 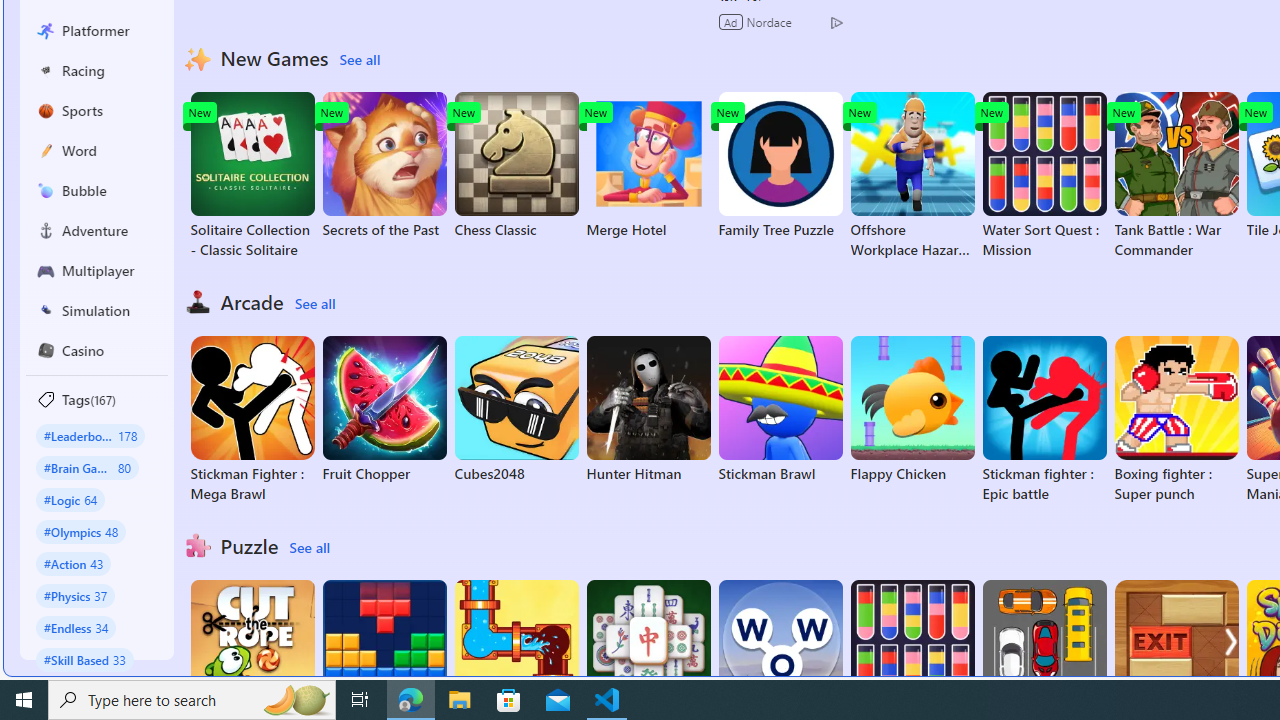 What do you see at coordinates (71, 498) in the screenshot?
I see `'#Logic 64'` at bounding box center [71, 498].